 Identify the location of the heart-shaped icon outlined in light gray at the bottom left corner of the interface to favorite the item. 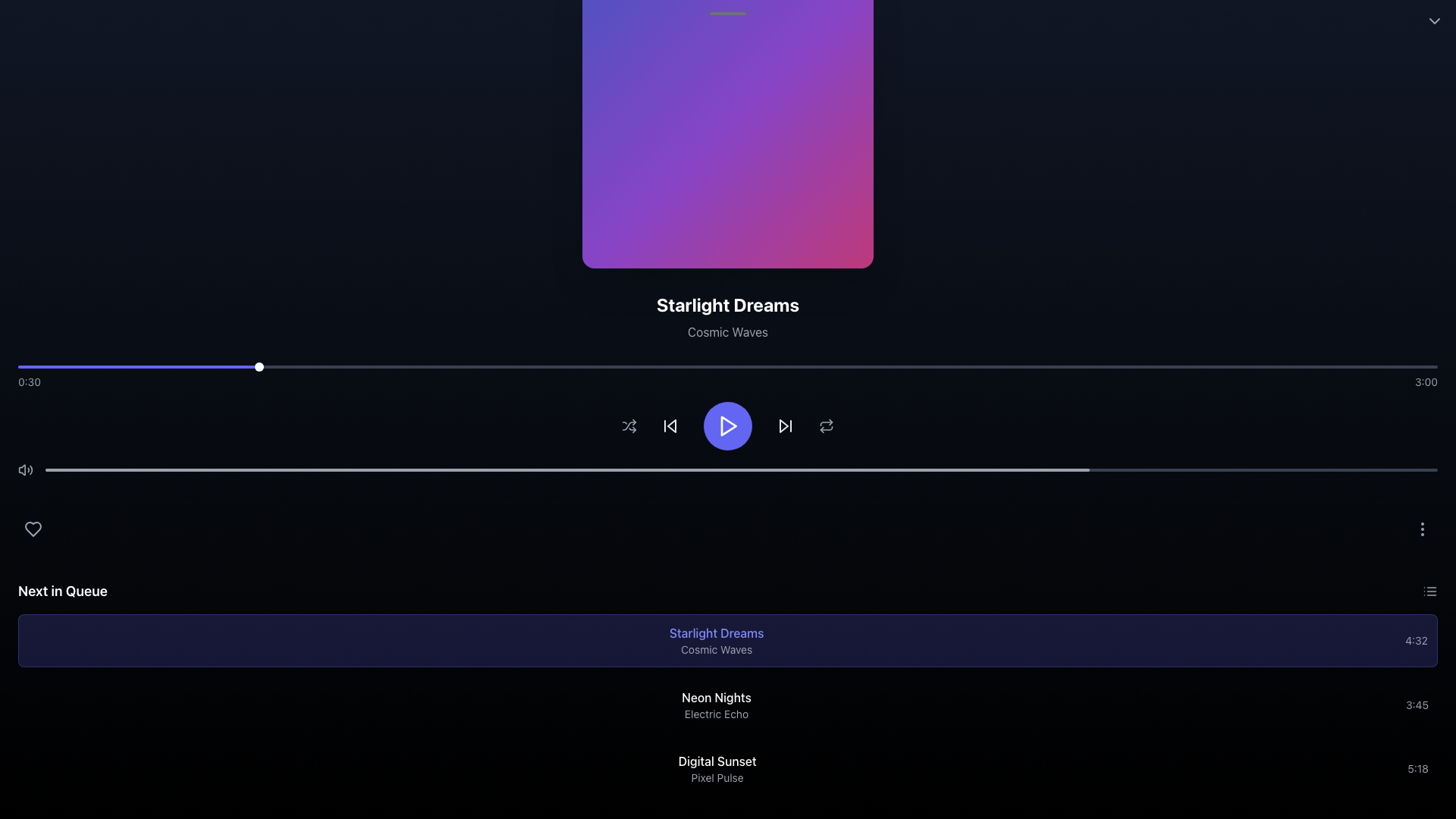
(33, 529).